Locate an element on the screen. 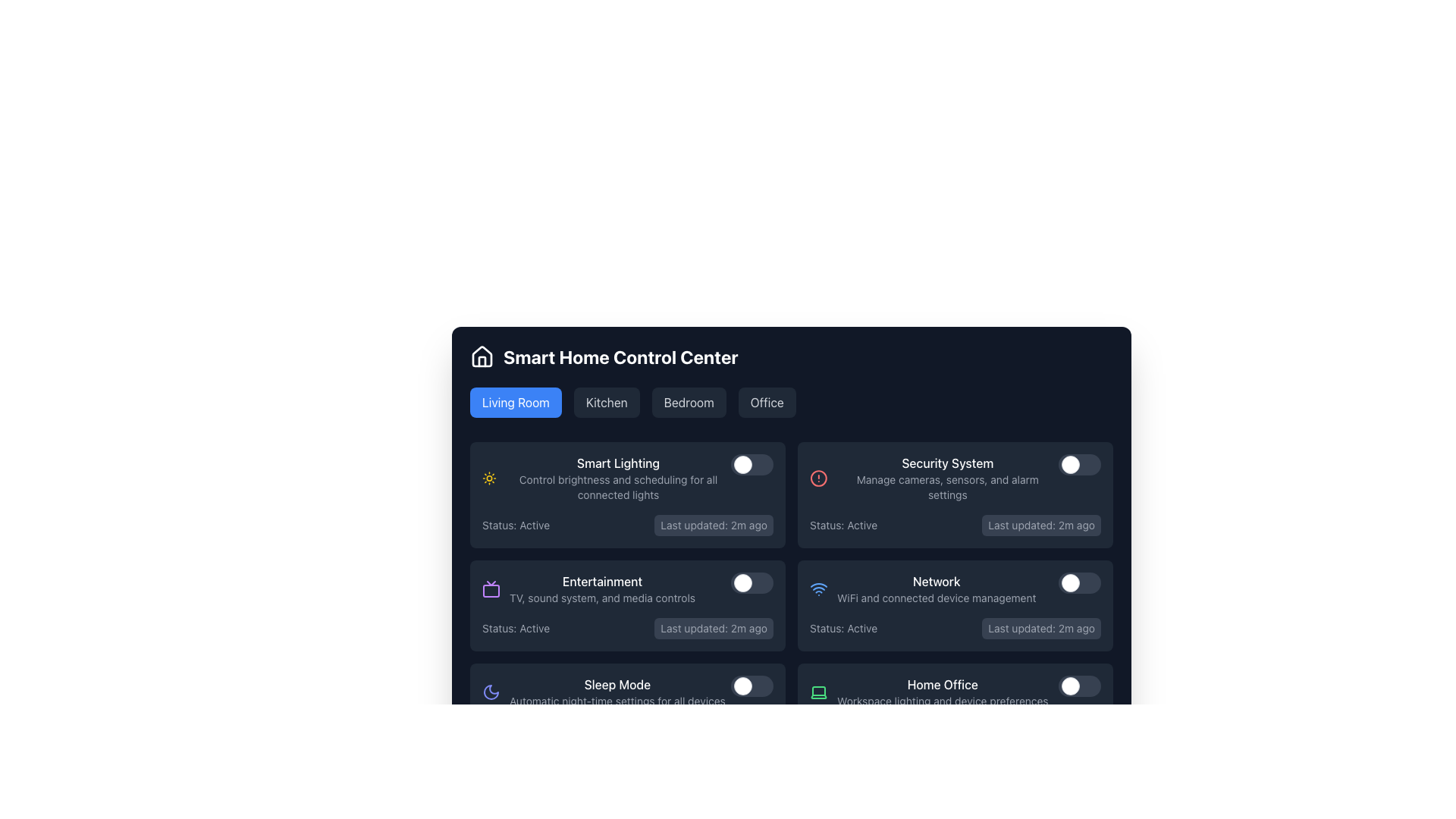 Image resolution: width=1456 pixels, height=819 pixels. the 'Security System' text display element, which features a bold white title and a gray subtitle, located on a dark blue card-like interface in the second card of the second column is located at coordinates (946, 479).